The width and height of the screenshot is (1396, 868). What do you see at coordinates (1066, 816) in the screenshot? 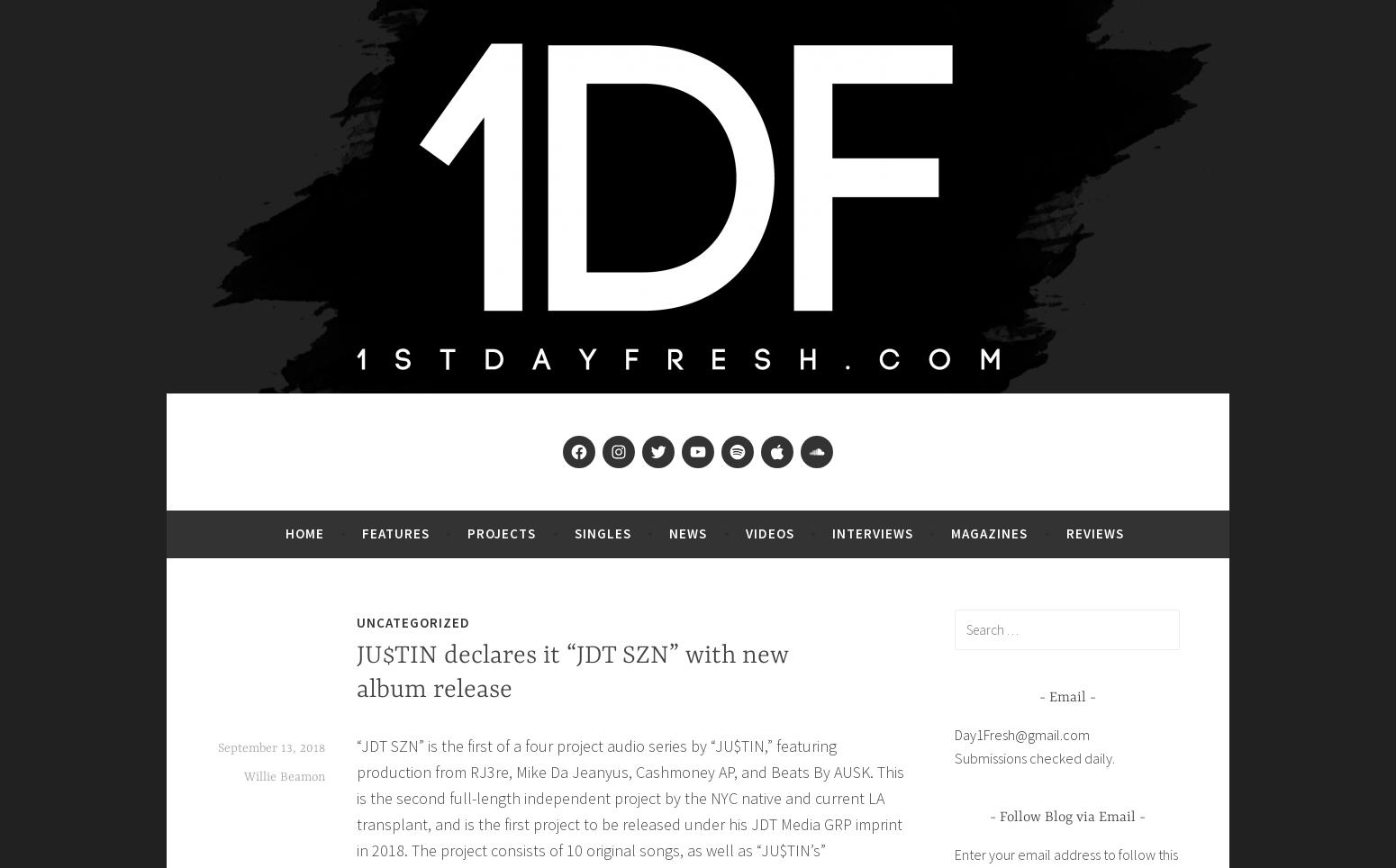
I see `'Follow Blog via Email'` at bounding box center [1066, 816].